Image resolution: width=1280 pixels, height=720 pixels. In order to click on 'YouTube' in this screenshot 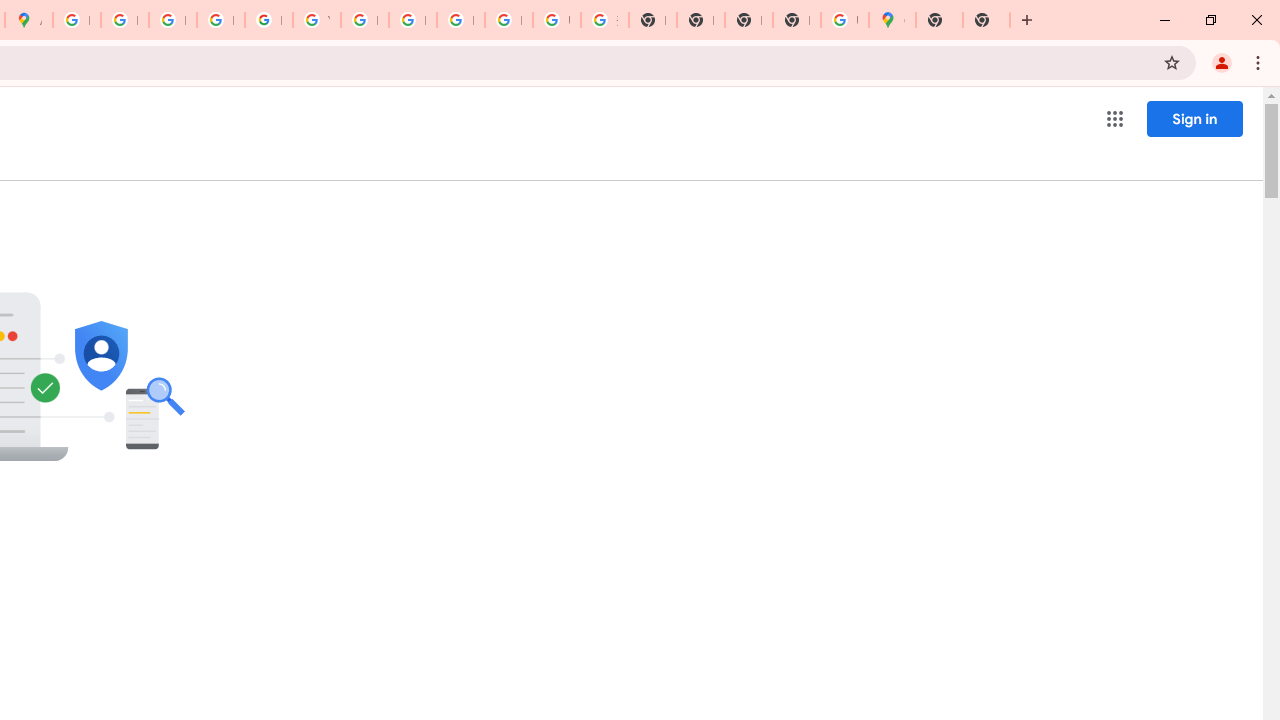, I will do `click(315, 20)`.